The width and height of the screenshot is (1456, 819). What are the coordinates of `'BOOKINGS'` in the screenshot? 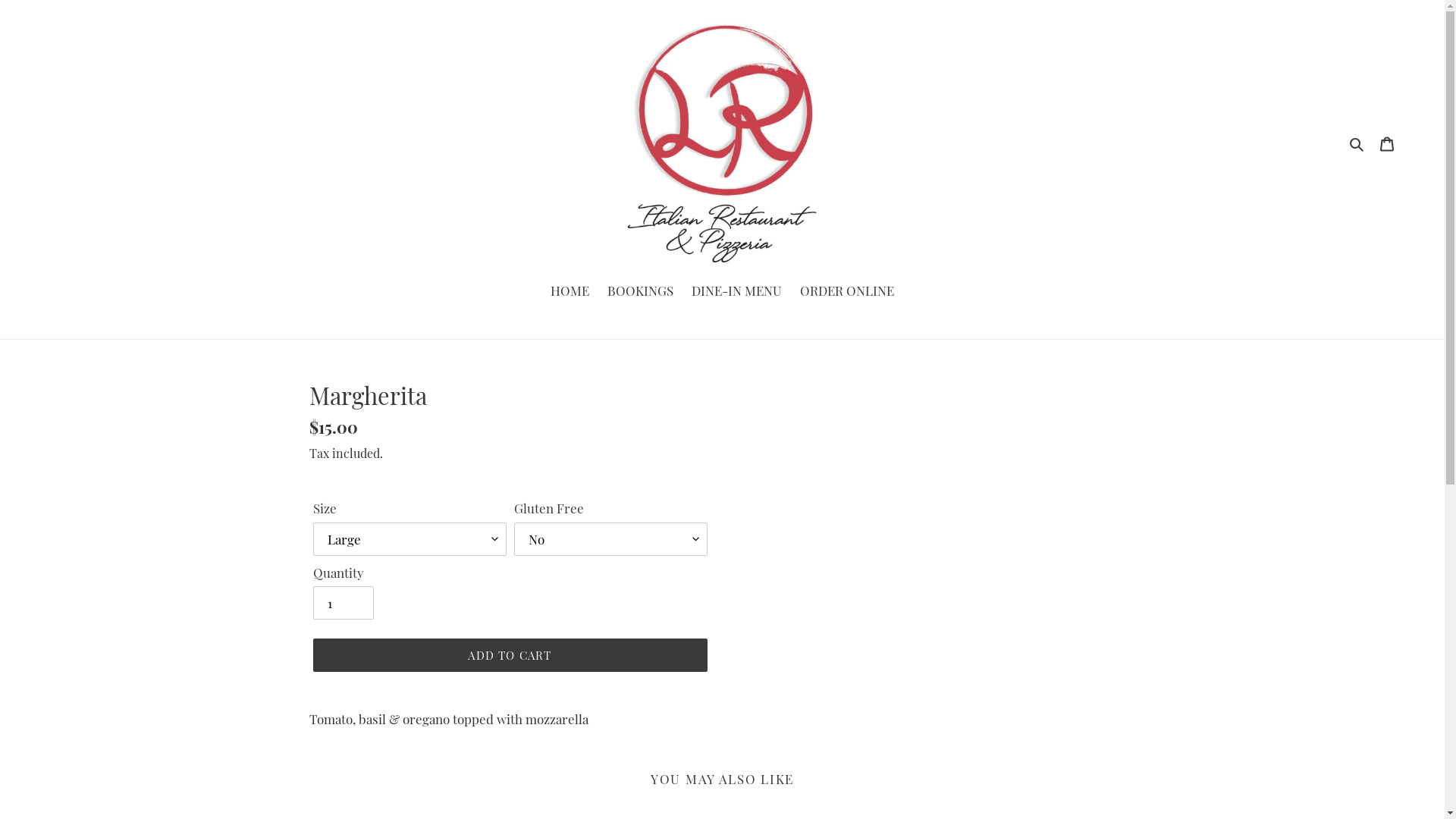 It's located at (640, 292).